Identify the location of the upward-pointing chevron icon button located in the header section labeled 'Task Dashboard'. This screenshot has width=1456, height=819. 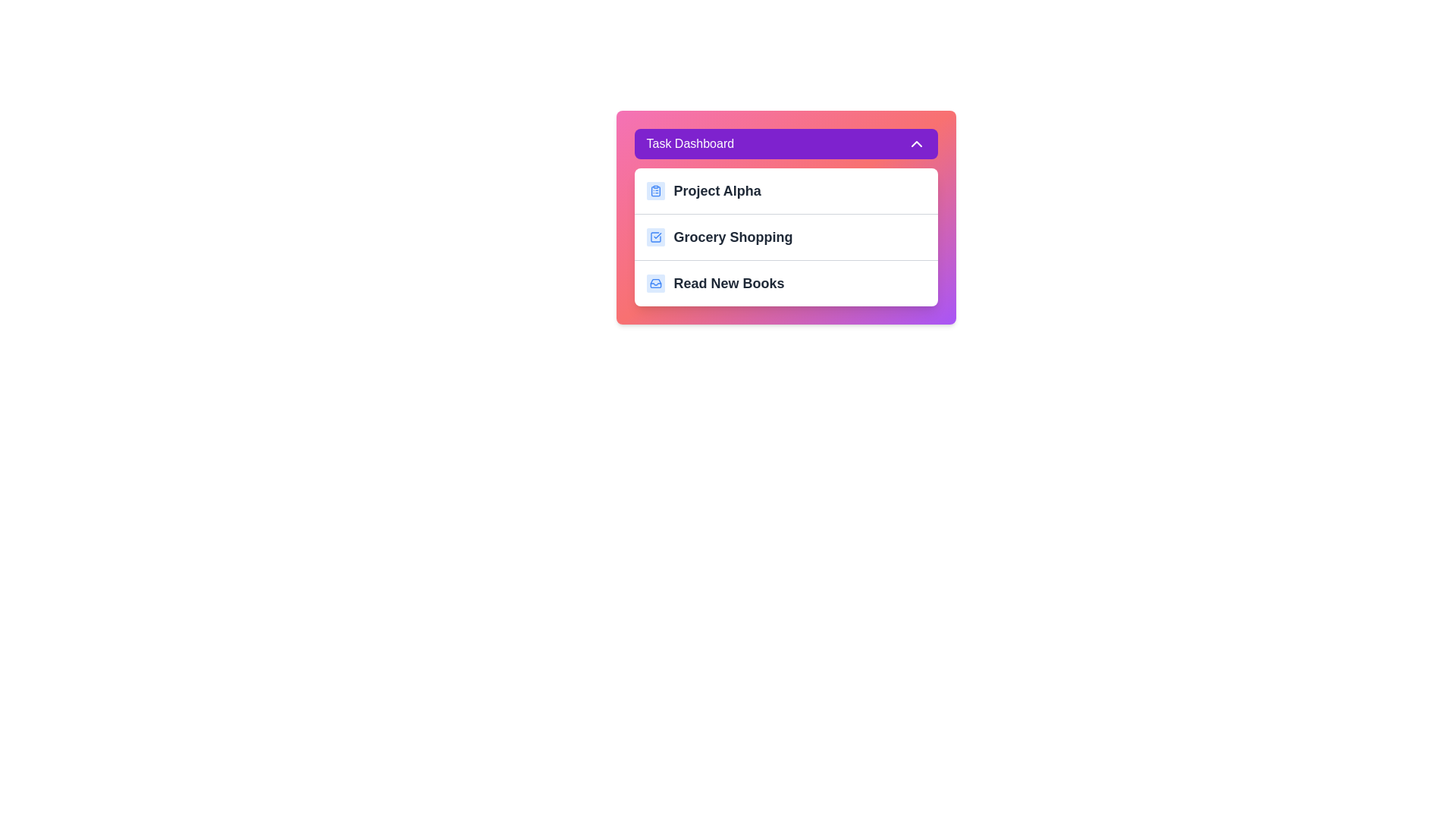
(915, 143).